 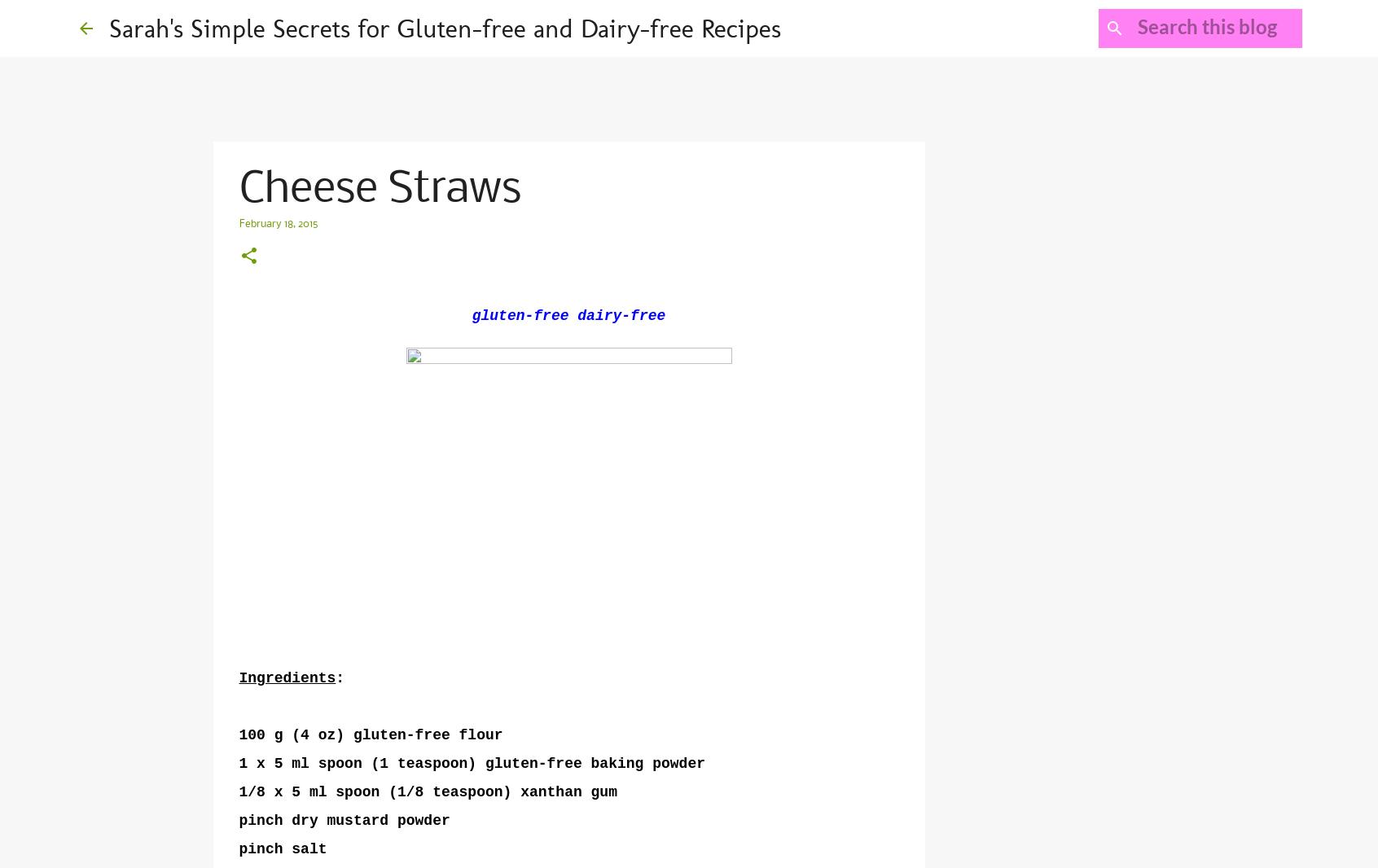 I want to click on 'Cheese Straws', so click(x=378, y=189).